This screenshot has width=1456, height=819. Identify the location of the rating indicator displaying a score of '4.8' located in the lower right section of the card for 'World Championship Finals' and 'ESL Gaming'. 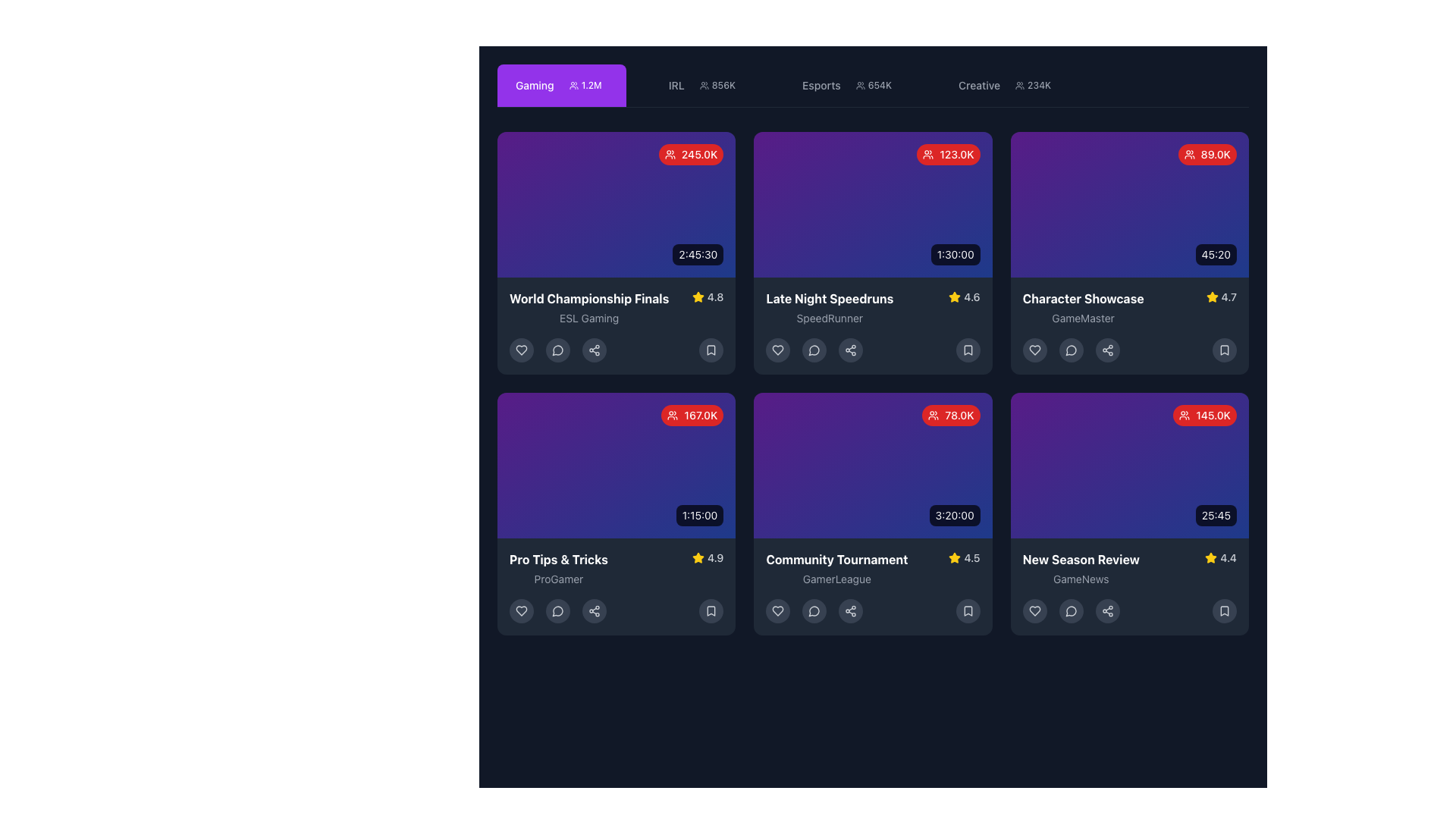
(707, 297).